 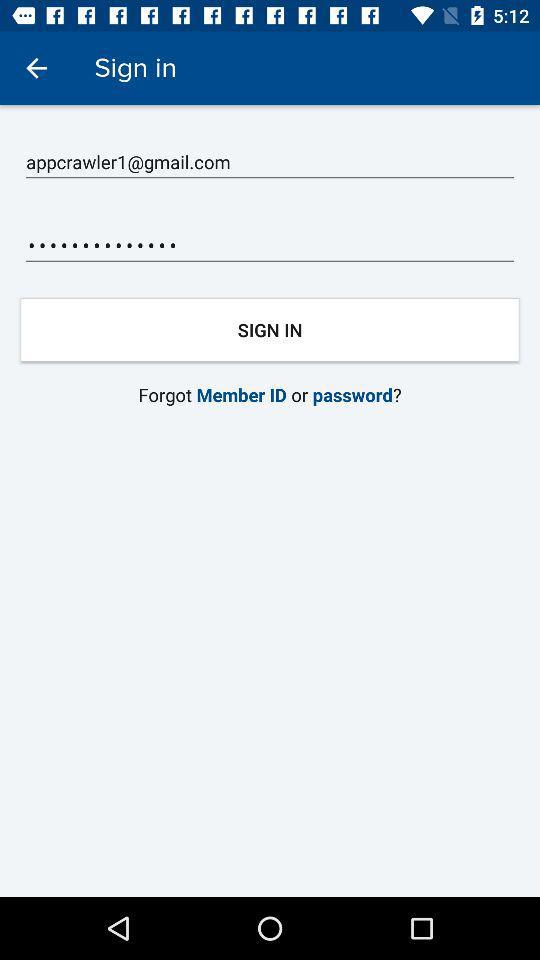 What do you see at coordinates (270, 393) in the screenshot?
I see `item below the sign in item` at bounding box center [270, 393].